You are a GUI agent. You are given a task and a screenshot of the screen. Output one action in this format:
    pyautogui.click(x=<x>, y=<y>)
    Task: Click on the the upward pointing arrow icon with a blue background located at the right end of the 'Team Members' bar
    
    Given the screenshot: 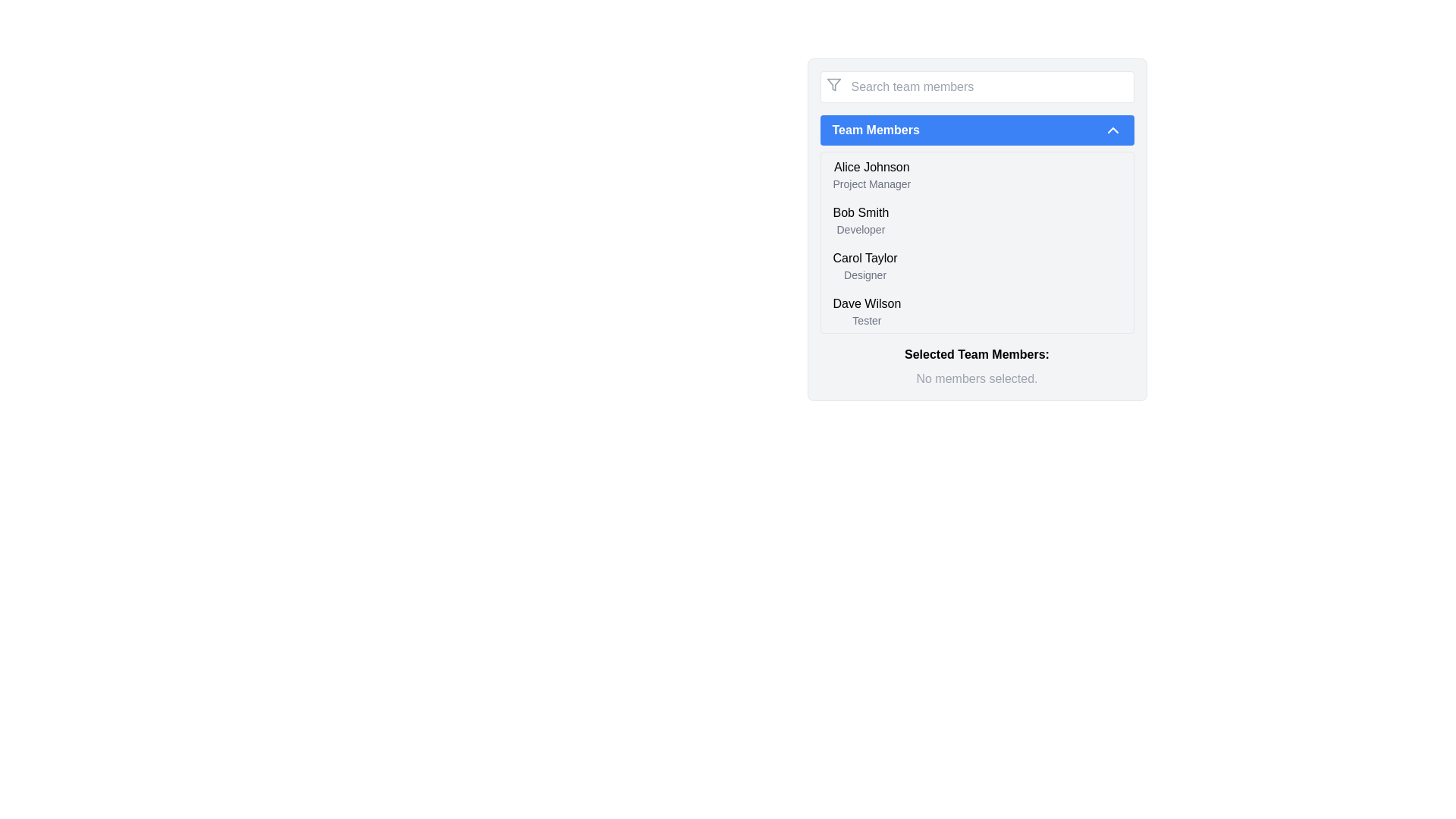 What is the action you would take?
    pyautogui.click(x=1112, y=130)
    